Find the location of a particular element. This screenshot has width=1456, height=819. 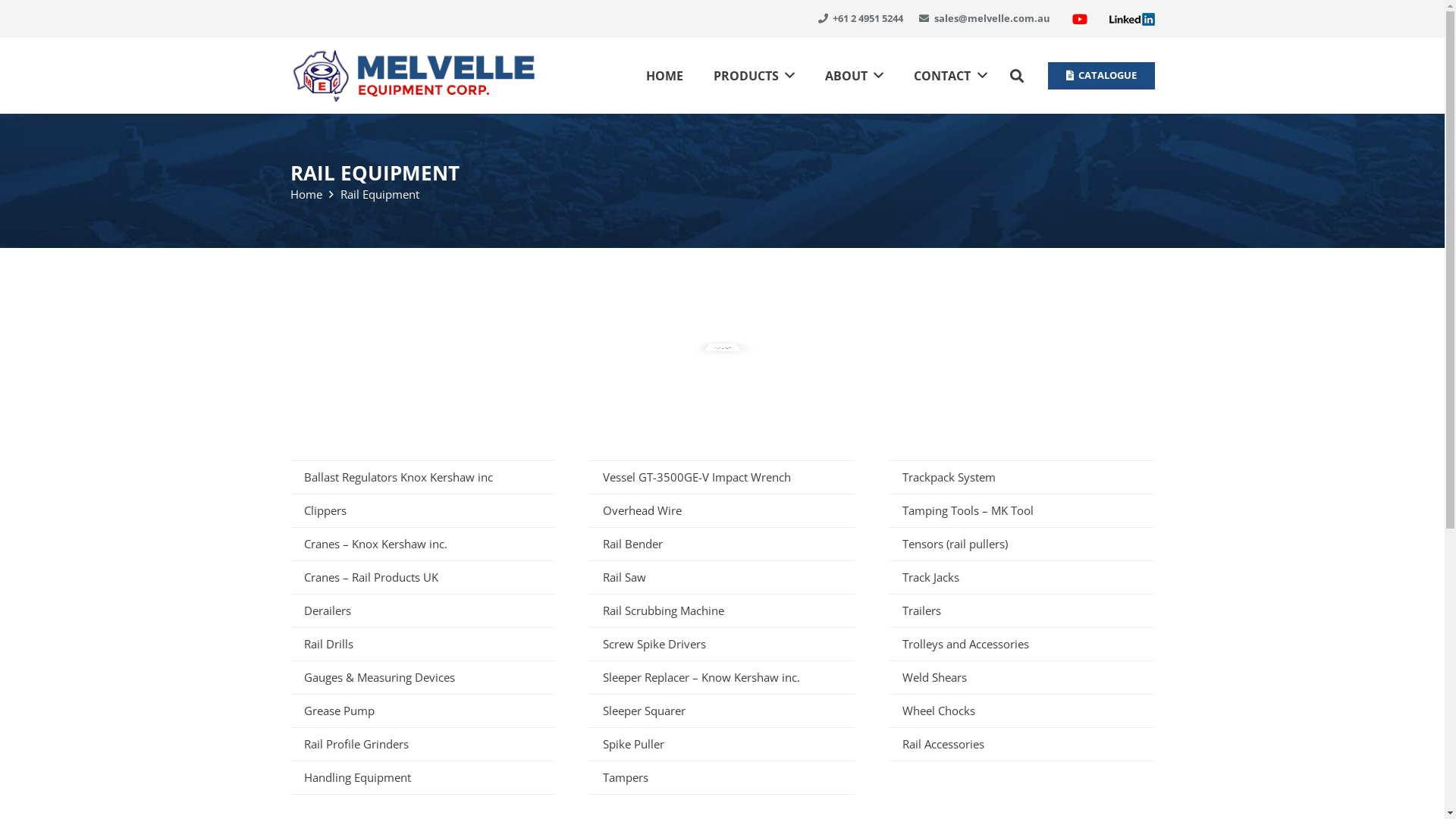

'Derailers' is located at coordinates (422, 610).